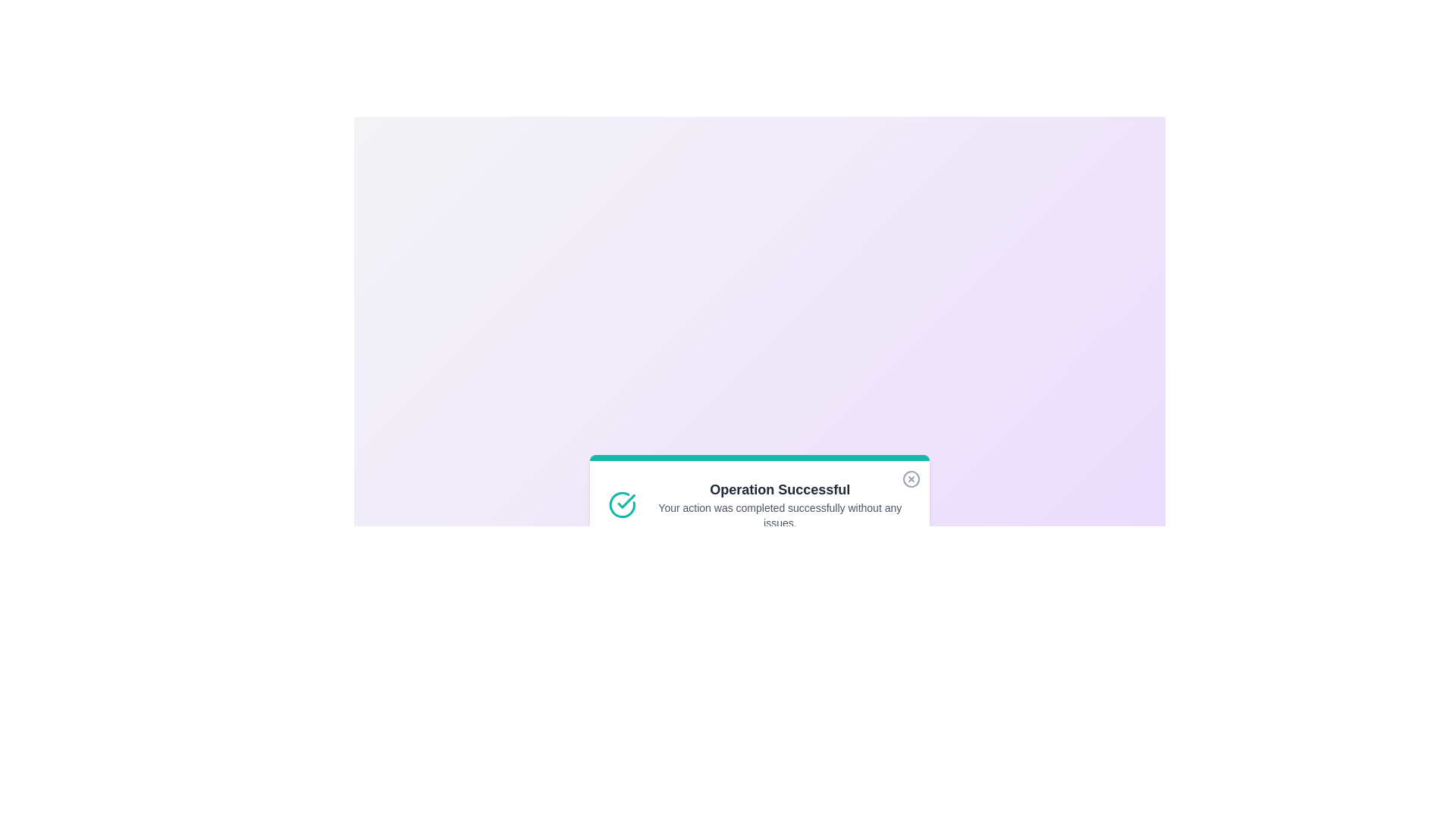 This screenshot has width=1456, height=819. I want to click on the alert icon to inspect its details, so click(622, 505).